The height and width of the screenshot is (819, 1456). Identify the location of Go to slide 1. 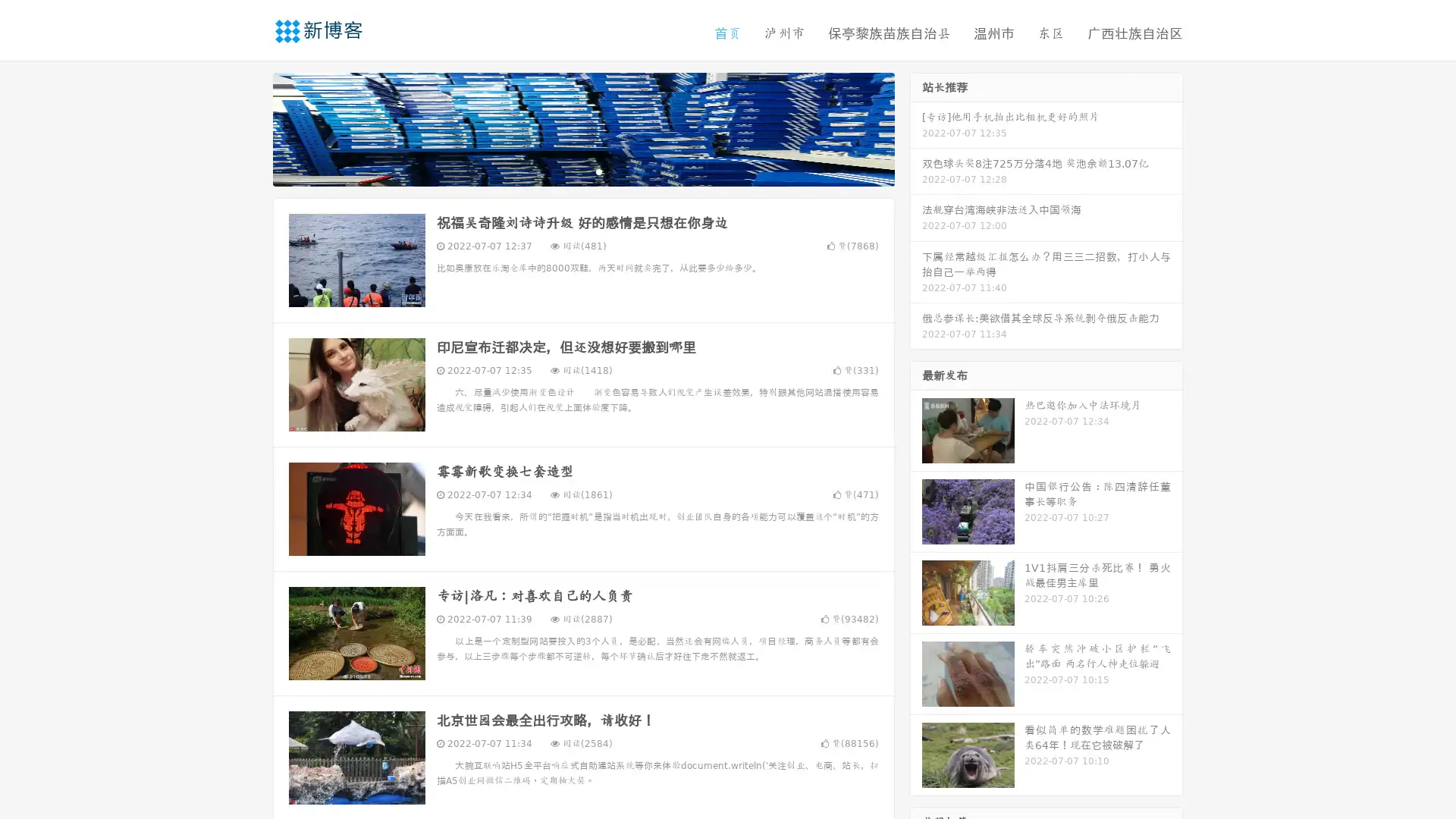
(567, 171).